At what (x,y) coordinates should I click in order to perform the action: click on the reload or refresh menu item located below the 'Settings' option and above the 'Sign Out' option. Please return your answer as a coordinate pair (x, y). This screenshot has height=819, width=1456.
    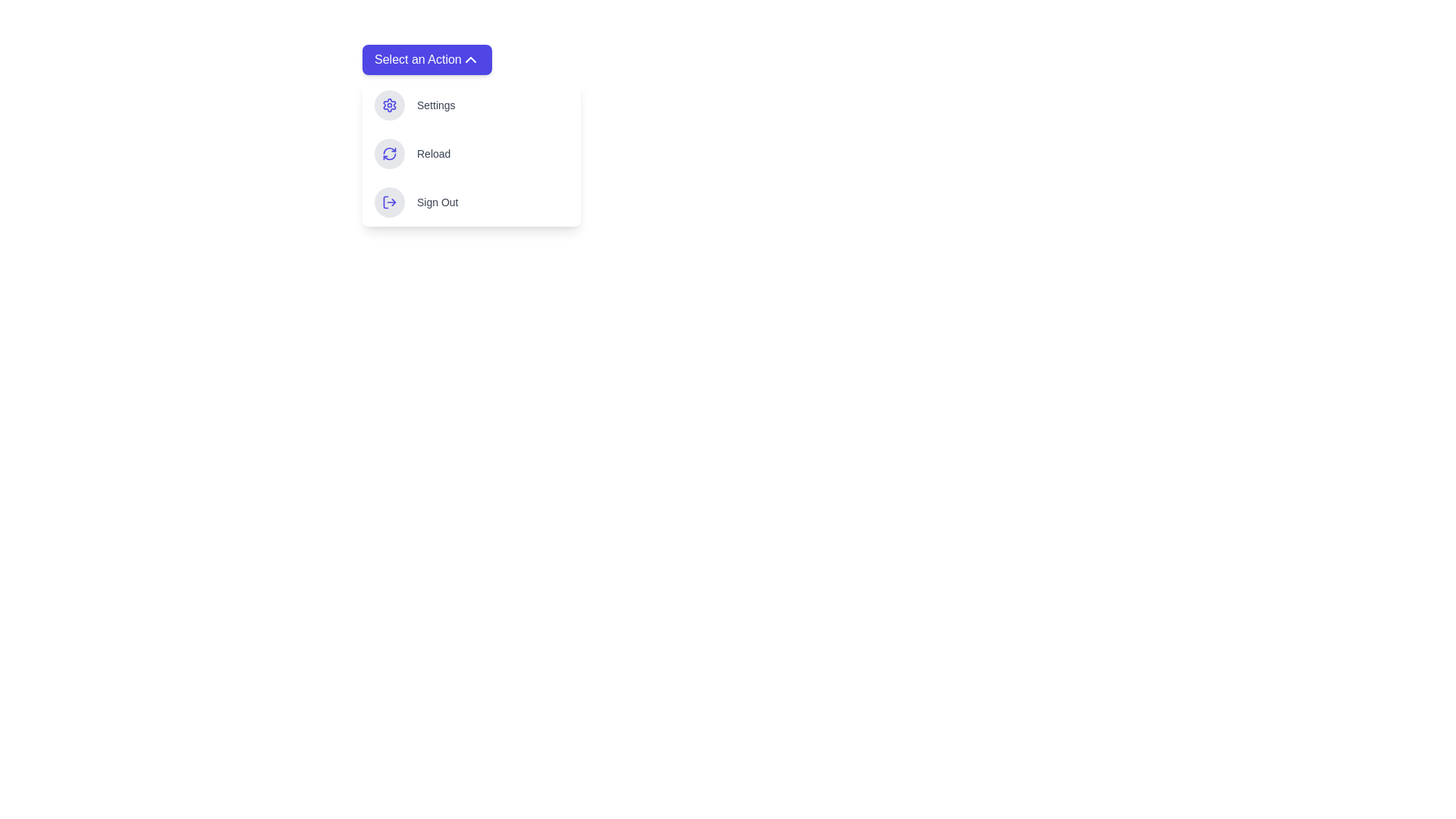
    Looking at the image, I should click on (471, 154).